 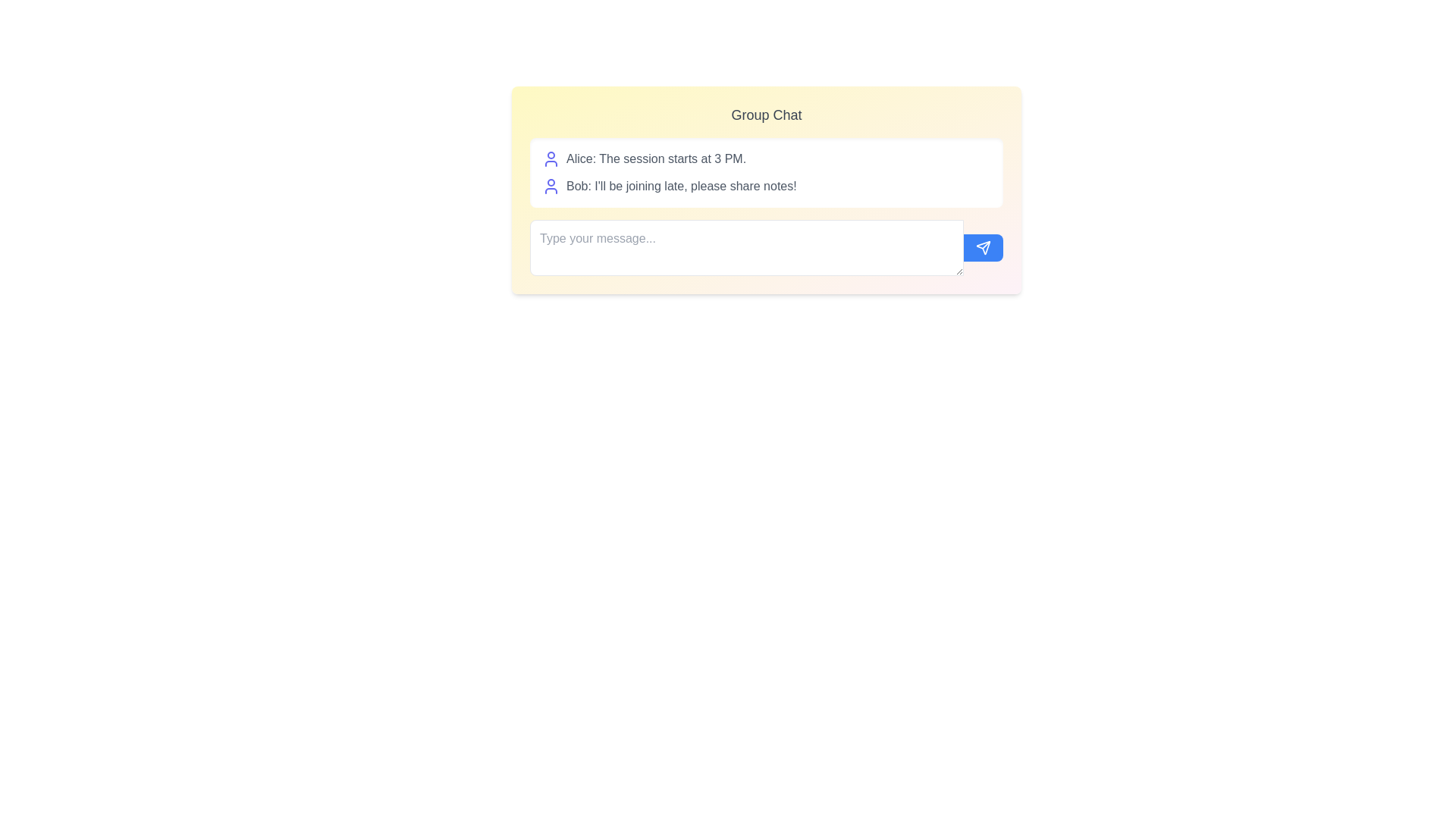 I want to click on text displayed in the Text Label that contains a message from Bob in the group chat, positioned below Alice's message, so click(x=680, y=186).